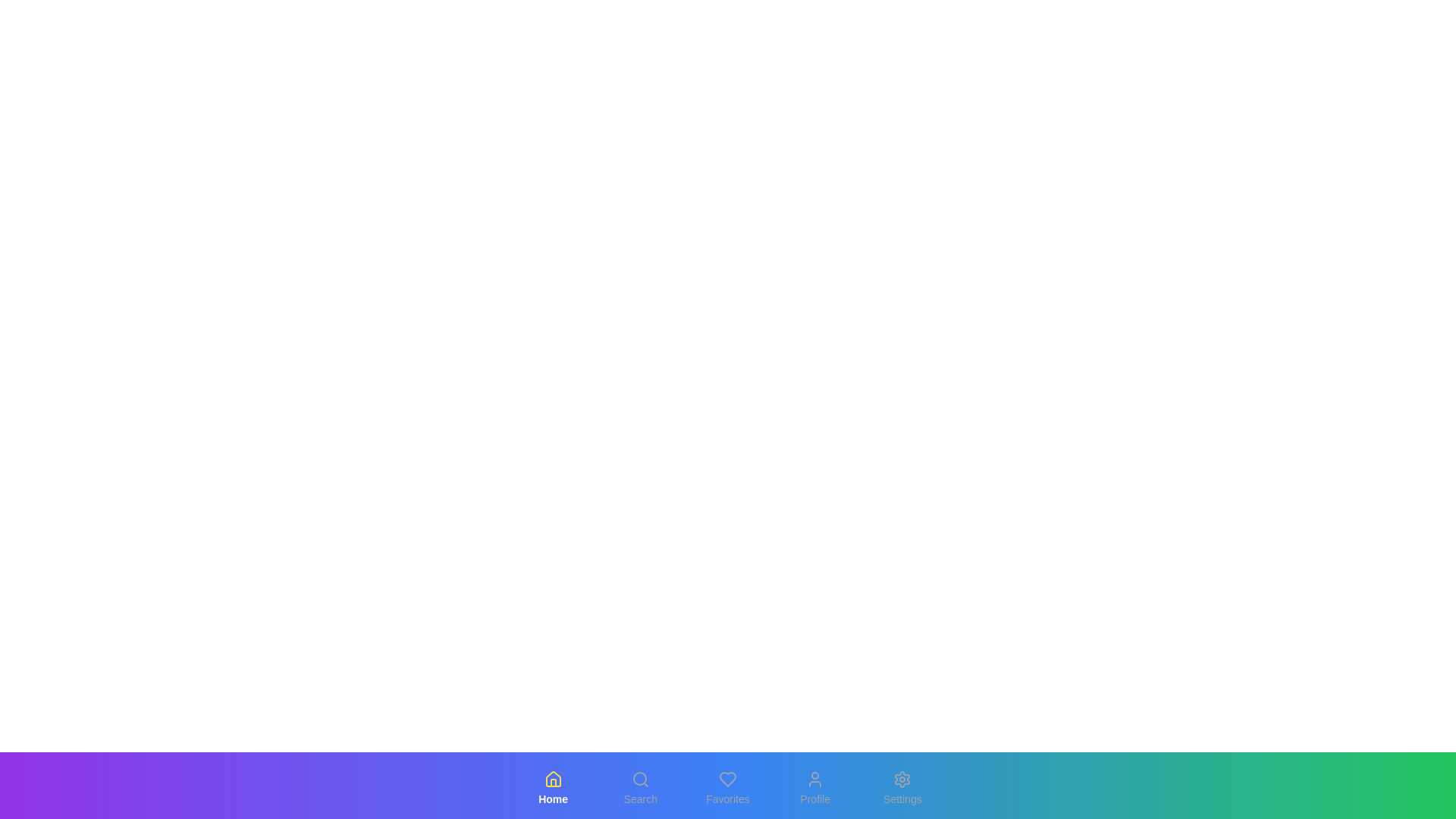 Image resolution: width=1456 pixels, height=819 pixels. What do you see at coordinates (552, 788) in the screenshot?
I see `the button labeled Home` at bounding box center [552, 788].